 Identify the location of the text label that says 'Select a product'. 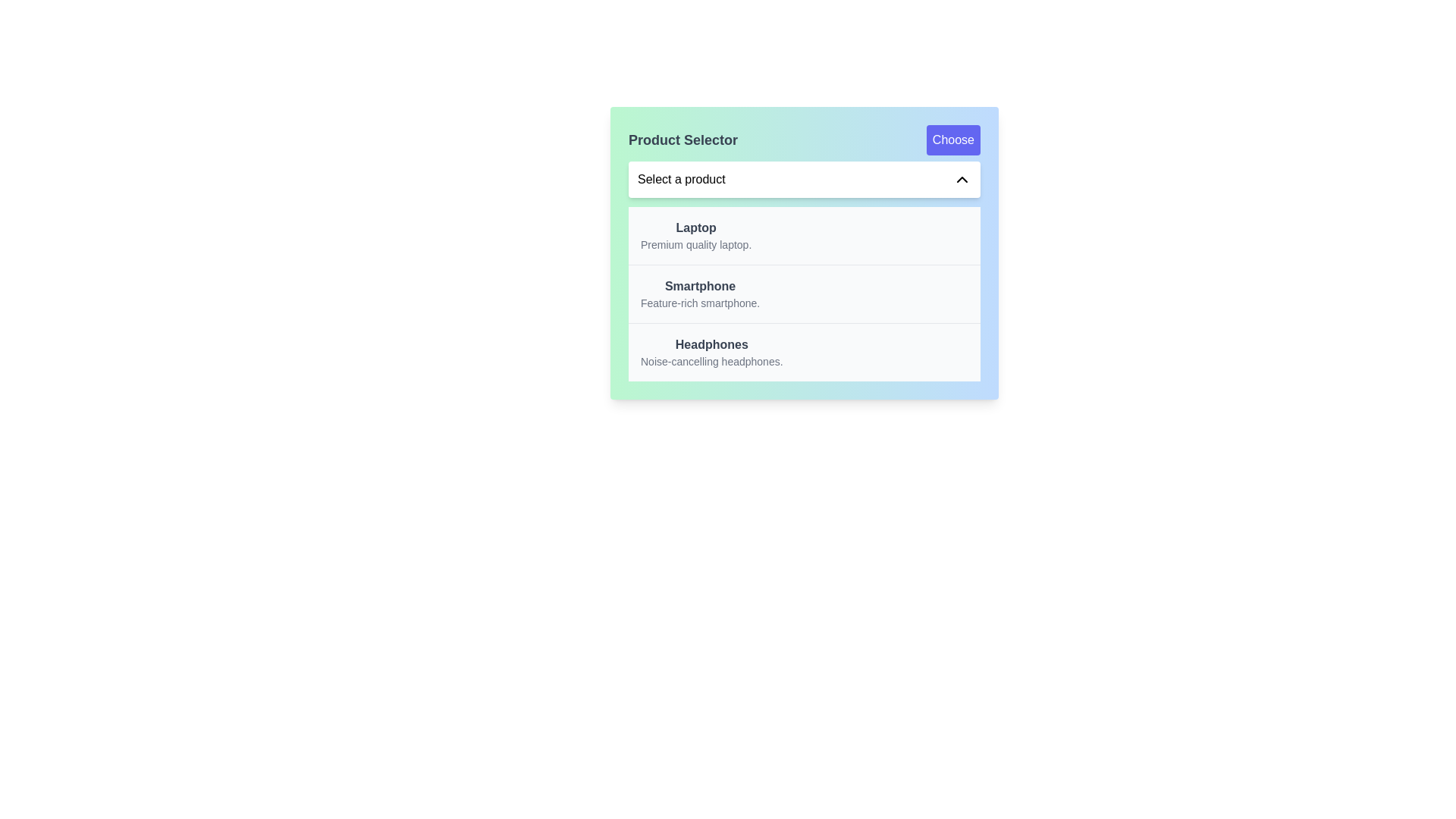
(680, 178).